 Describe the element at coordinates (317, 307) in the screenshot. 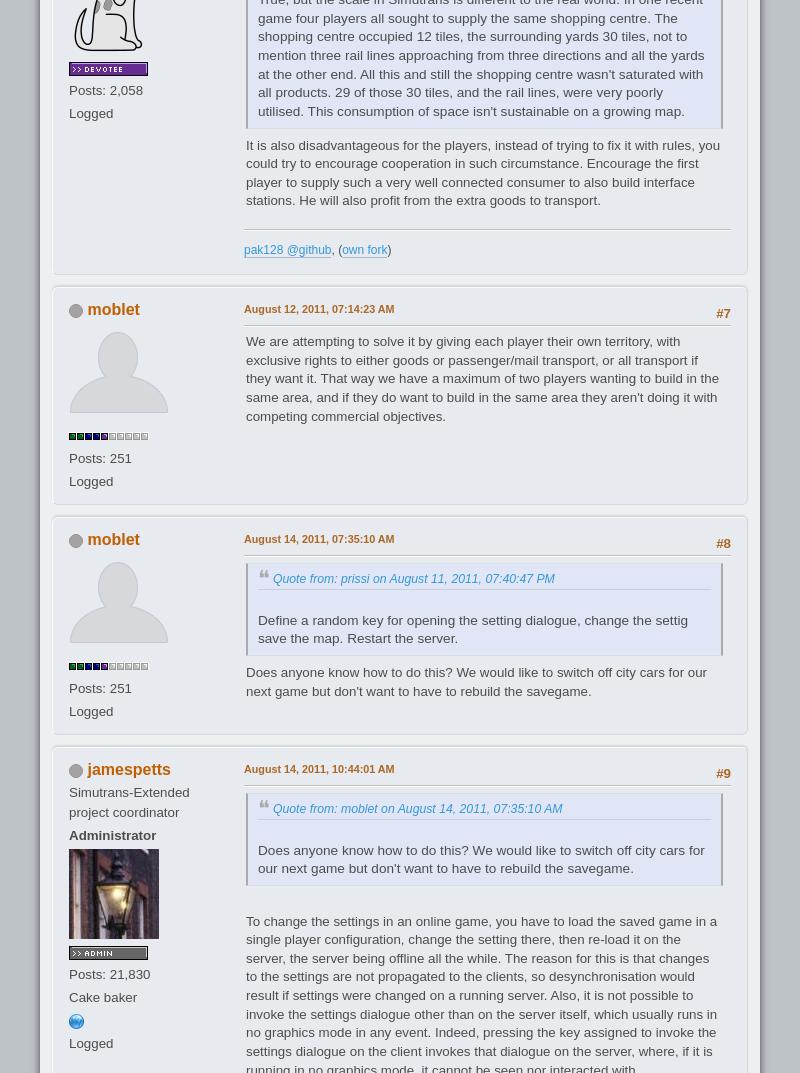

I see `'August 12, 2011, 07:14:23 AM'` at that location.